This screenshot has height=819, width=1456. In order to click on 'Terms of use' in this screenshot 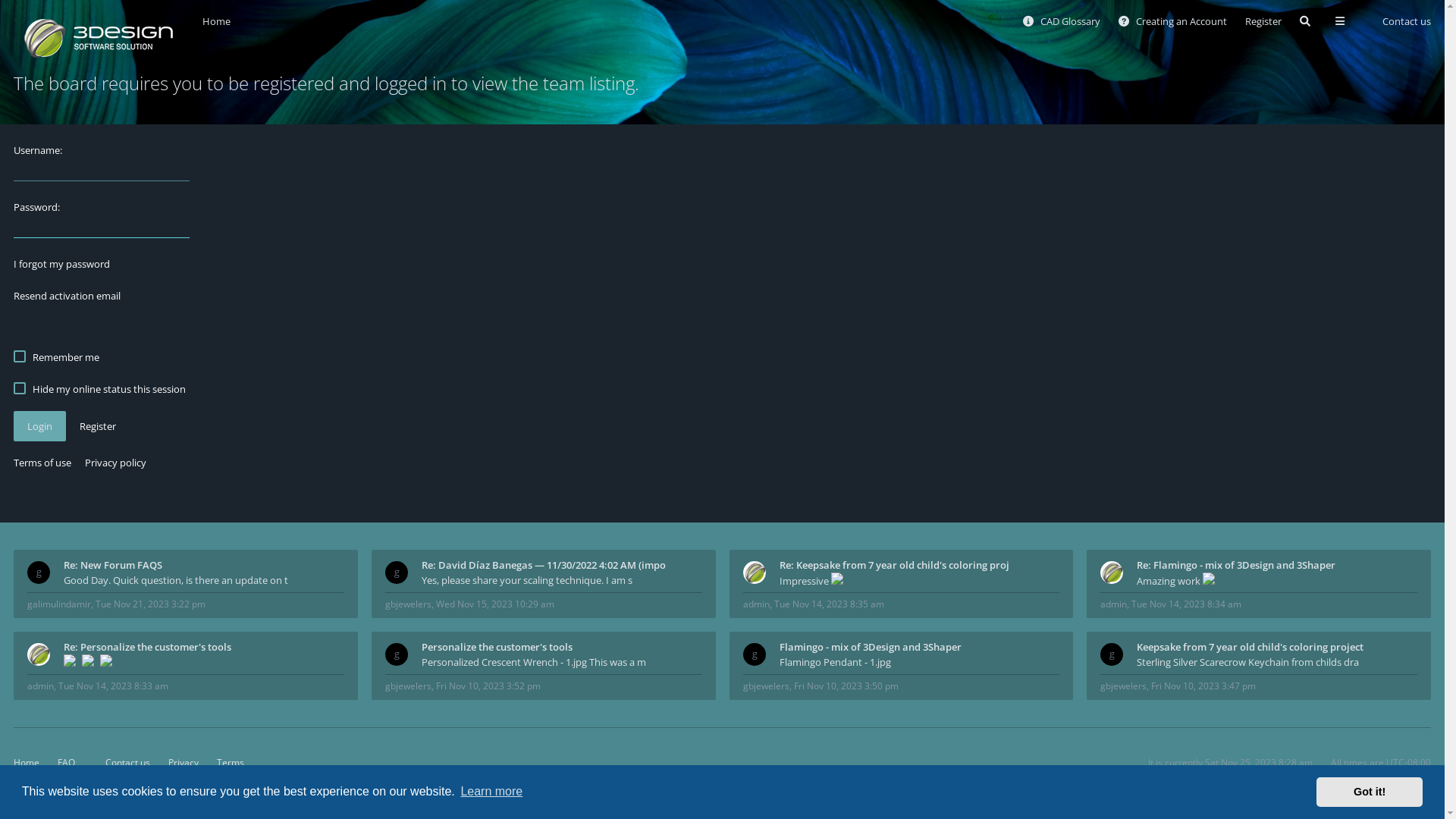, I will do `click(14, 461)`.